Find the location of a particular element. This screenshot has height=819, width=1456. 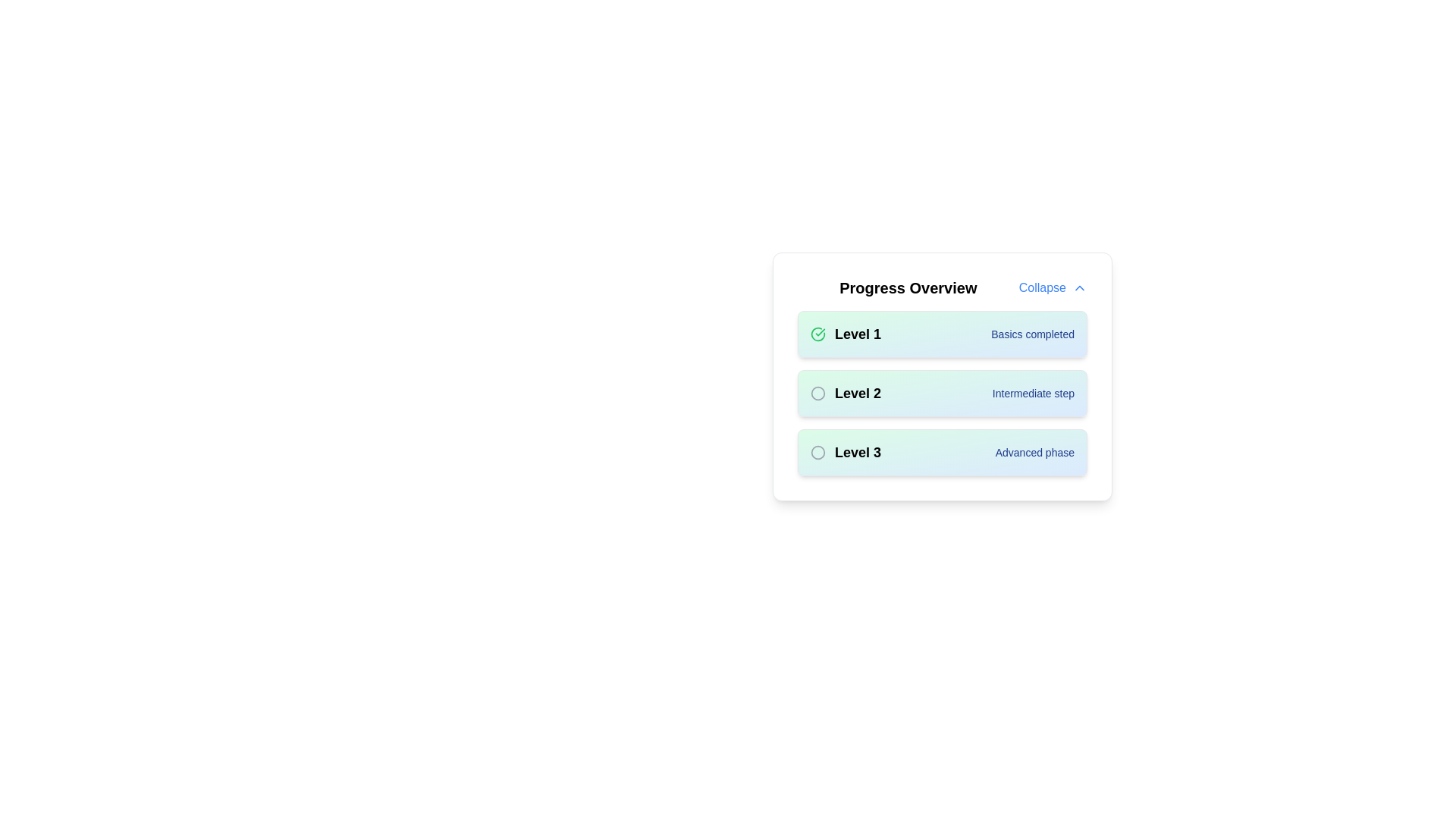

the green circular SVG icon indicating completion of the 'Level 1' progress item in the 'Progress Overview' section is located at coordinates (817, 333).